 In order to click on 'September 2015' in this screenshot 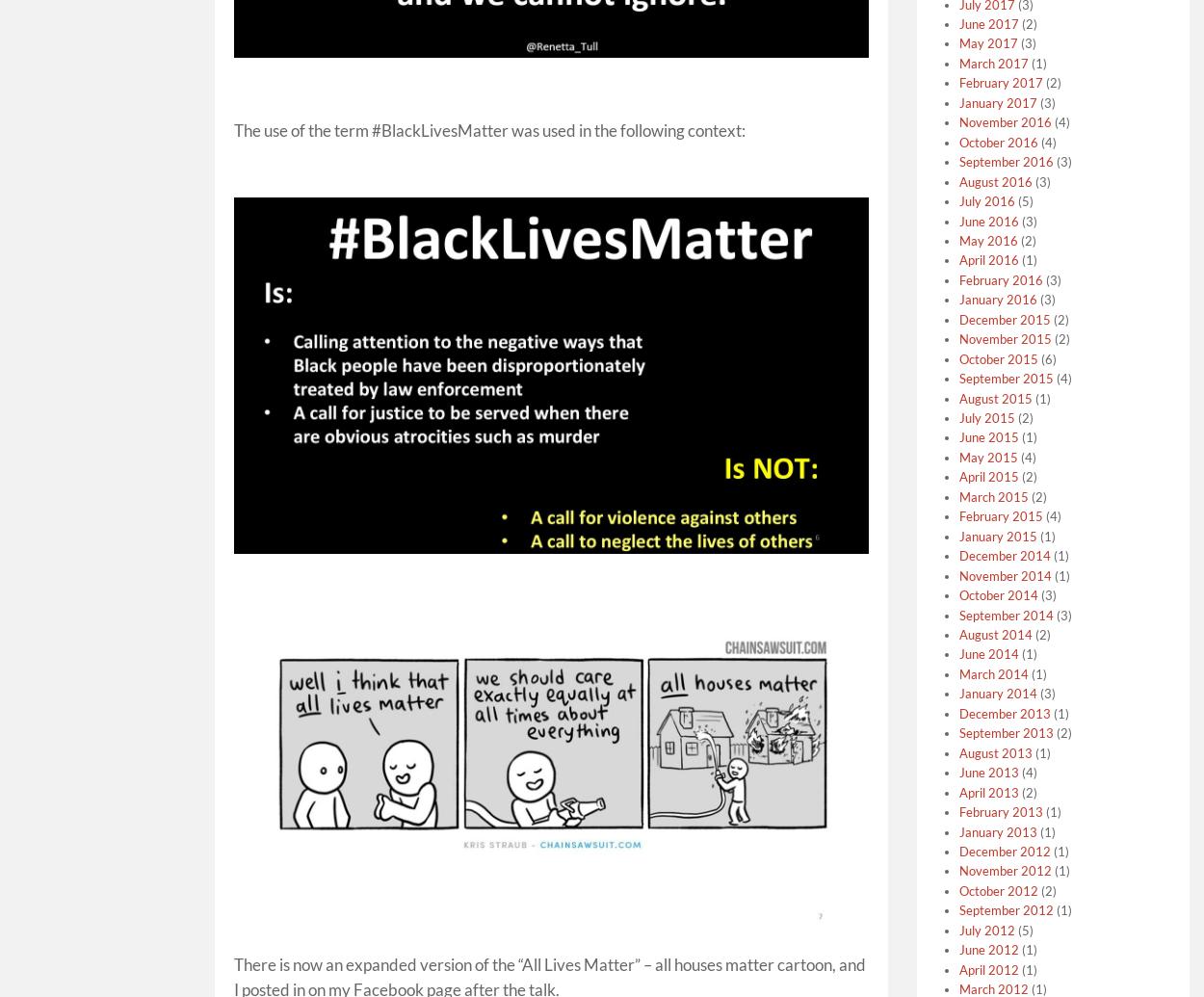, I will do `click(1007, 378)`.